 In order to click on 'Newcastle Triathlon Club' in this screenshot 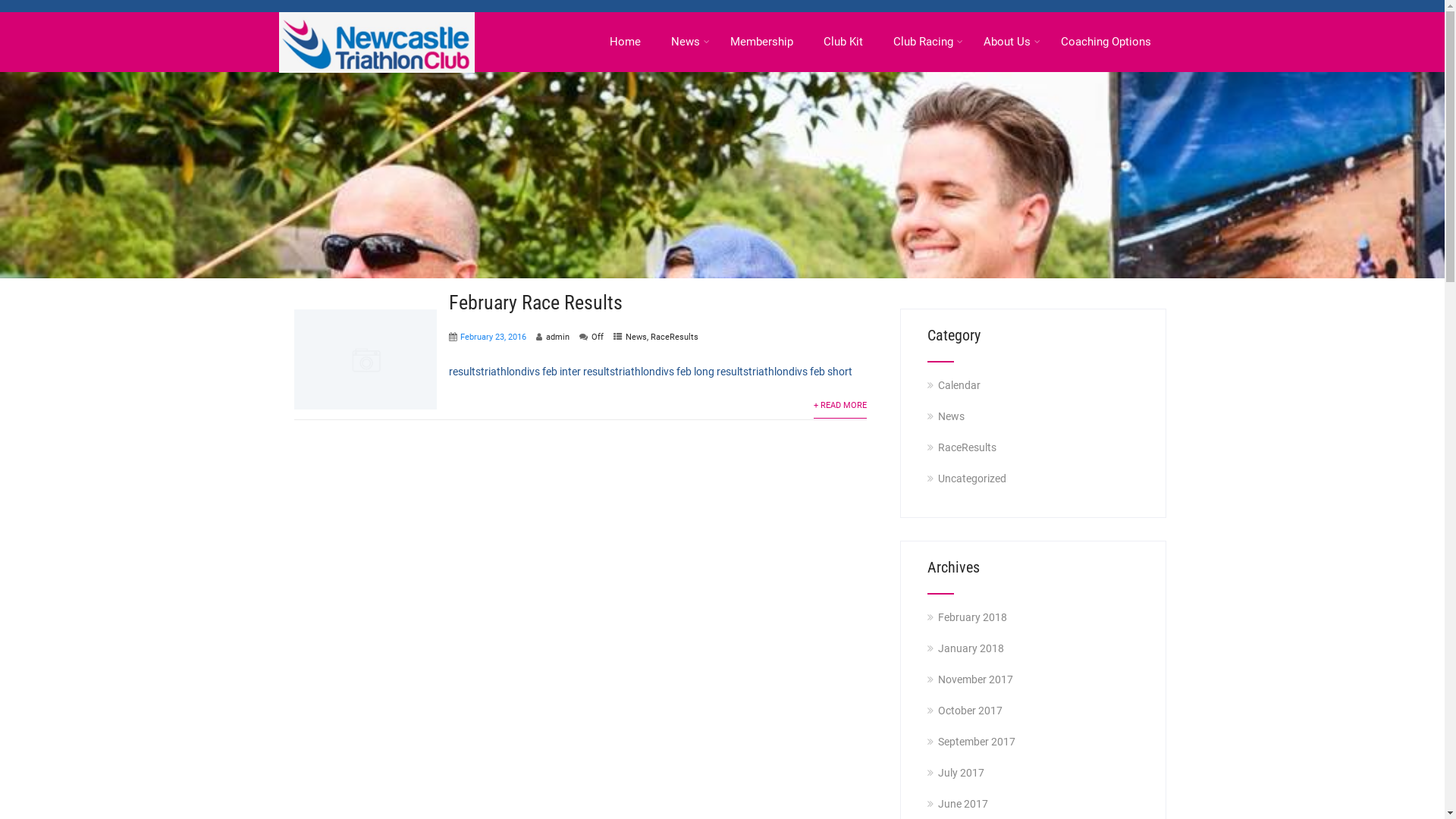, I will do `click(377, 20)`.